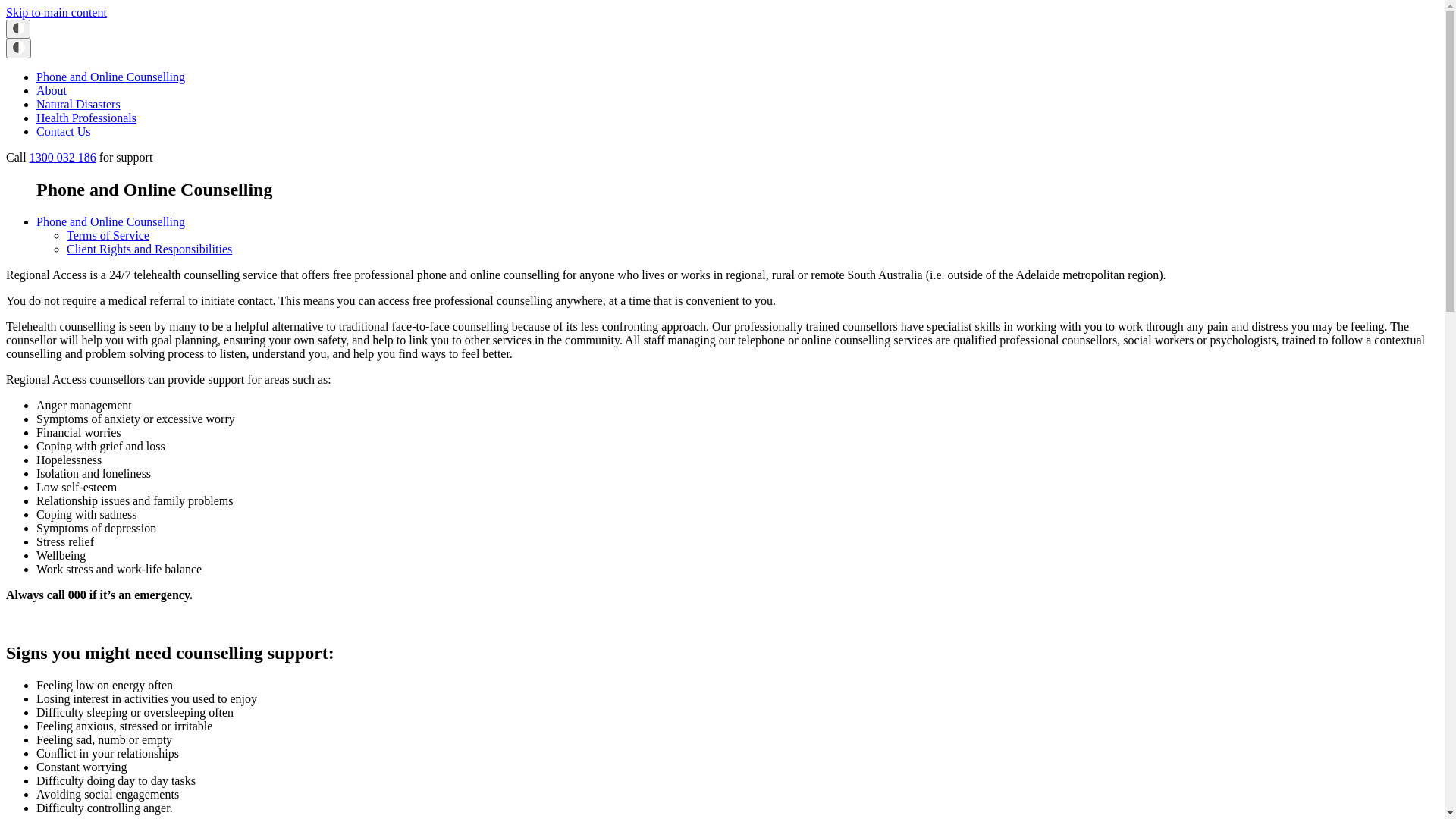  What do you see at coordinates (36, 90) in the screenshot?
I see `'About'` at bounding box center [36, 90].